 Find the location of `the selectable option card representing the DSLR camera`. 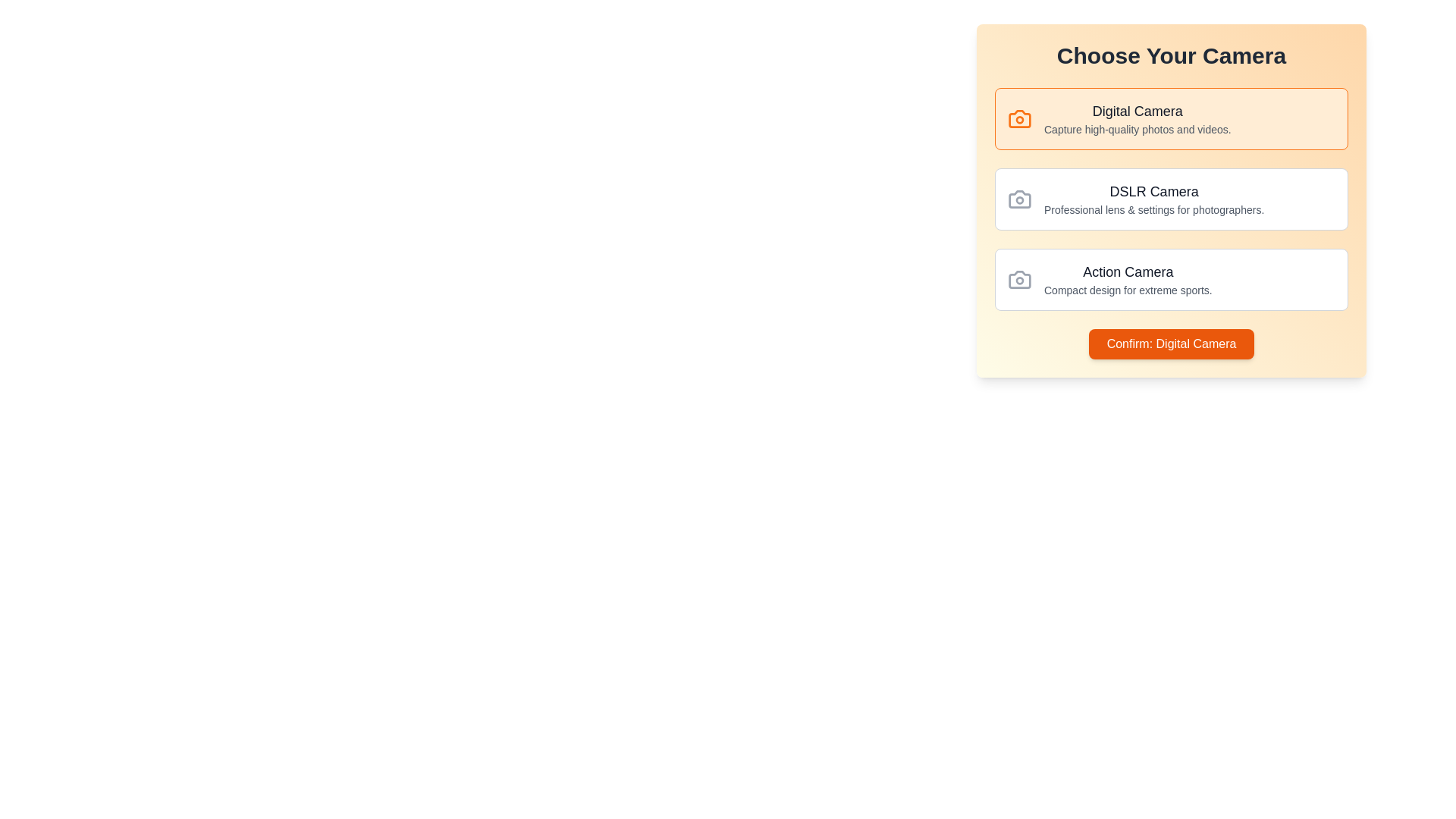

the selectable option card representing the DSLR camera is located at coordinates (1171, 198).